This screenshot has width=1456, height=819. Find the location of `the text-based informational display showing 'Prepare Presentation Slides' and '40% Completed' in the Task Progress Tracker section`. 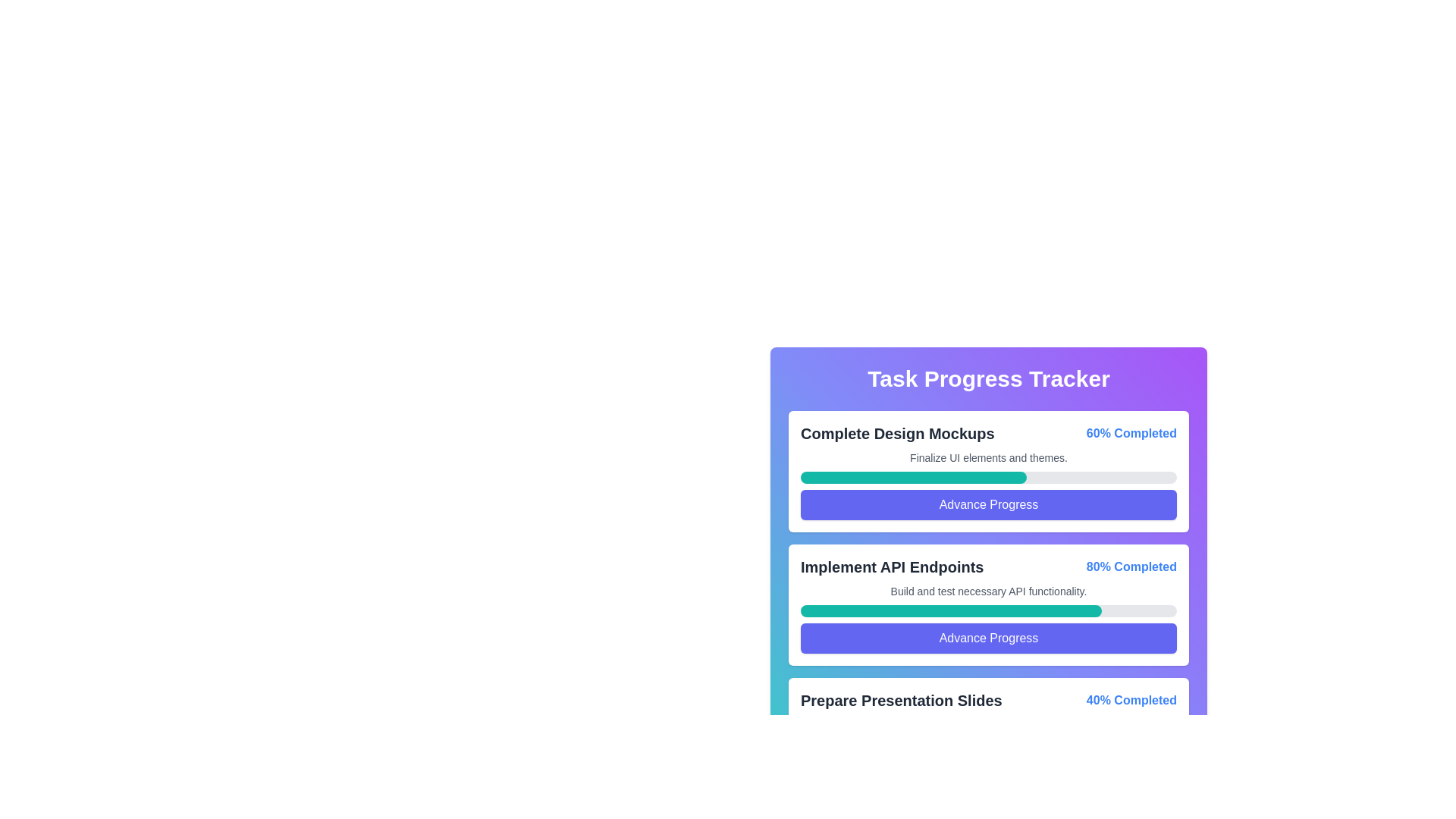

the text-based informational display showing 'Prepare Presentation Slides' and '40% Completed' in the Task Progress Tracker section is located at coordinates (989, 701).